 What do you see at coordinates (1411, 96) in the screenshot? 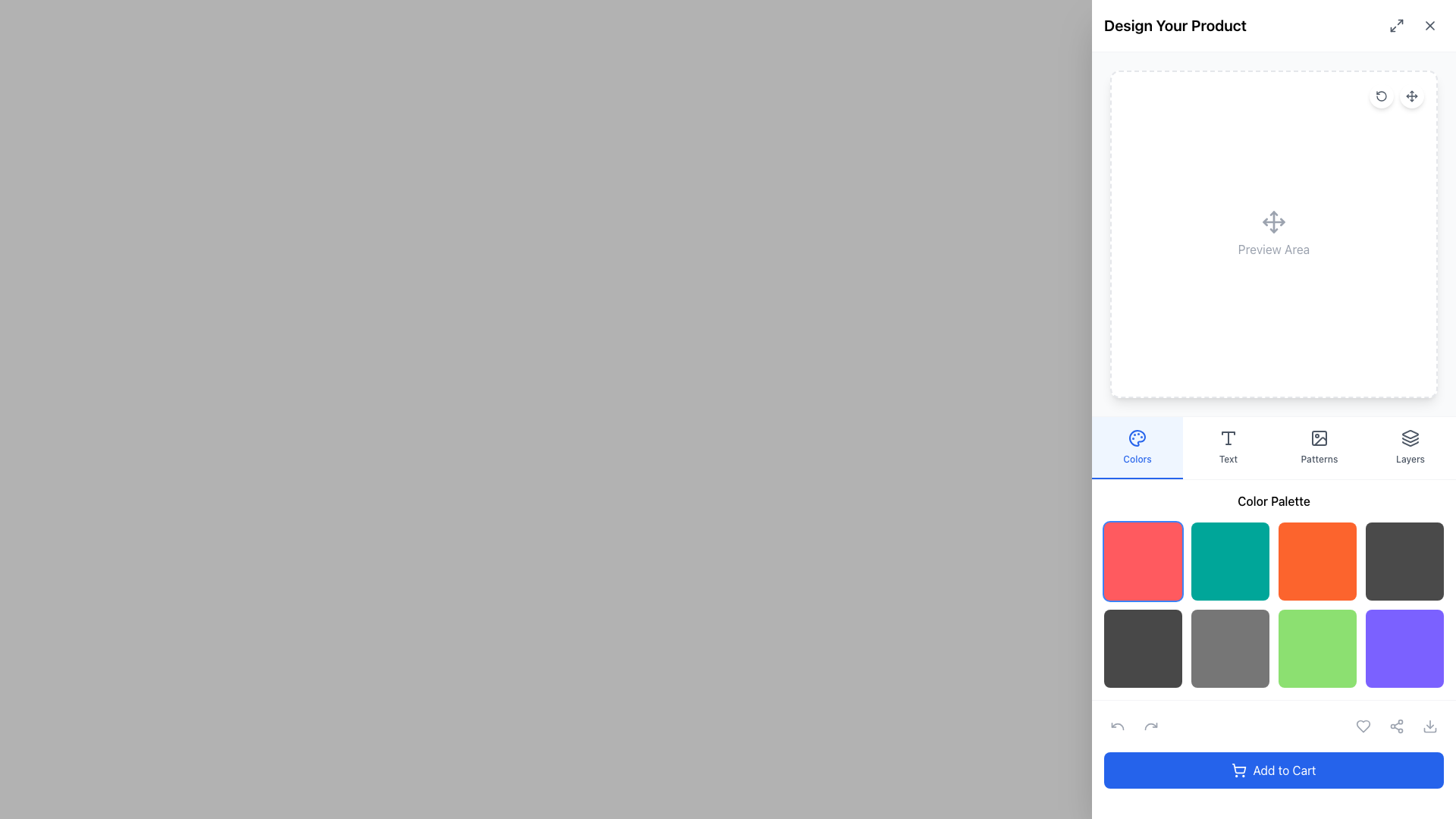
I see `the circular button with a white background and gray arrows icon in the top-right corner` at bounding box center [1411, 96].